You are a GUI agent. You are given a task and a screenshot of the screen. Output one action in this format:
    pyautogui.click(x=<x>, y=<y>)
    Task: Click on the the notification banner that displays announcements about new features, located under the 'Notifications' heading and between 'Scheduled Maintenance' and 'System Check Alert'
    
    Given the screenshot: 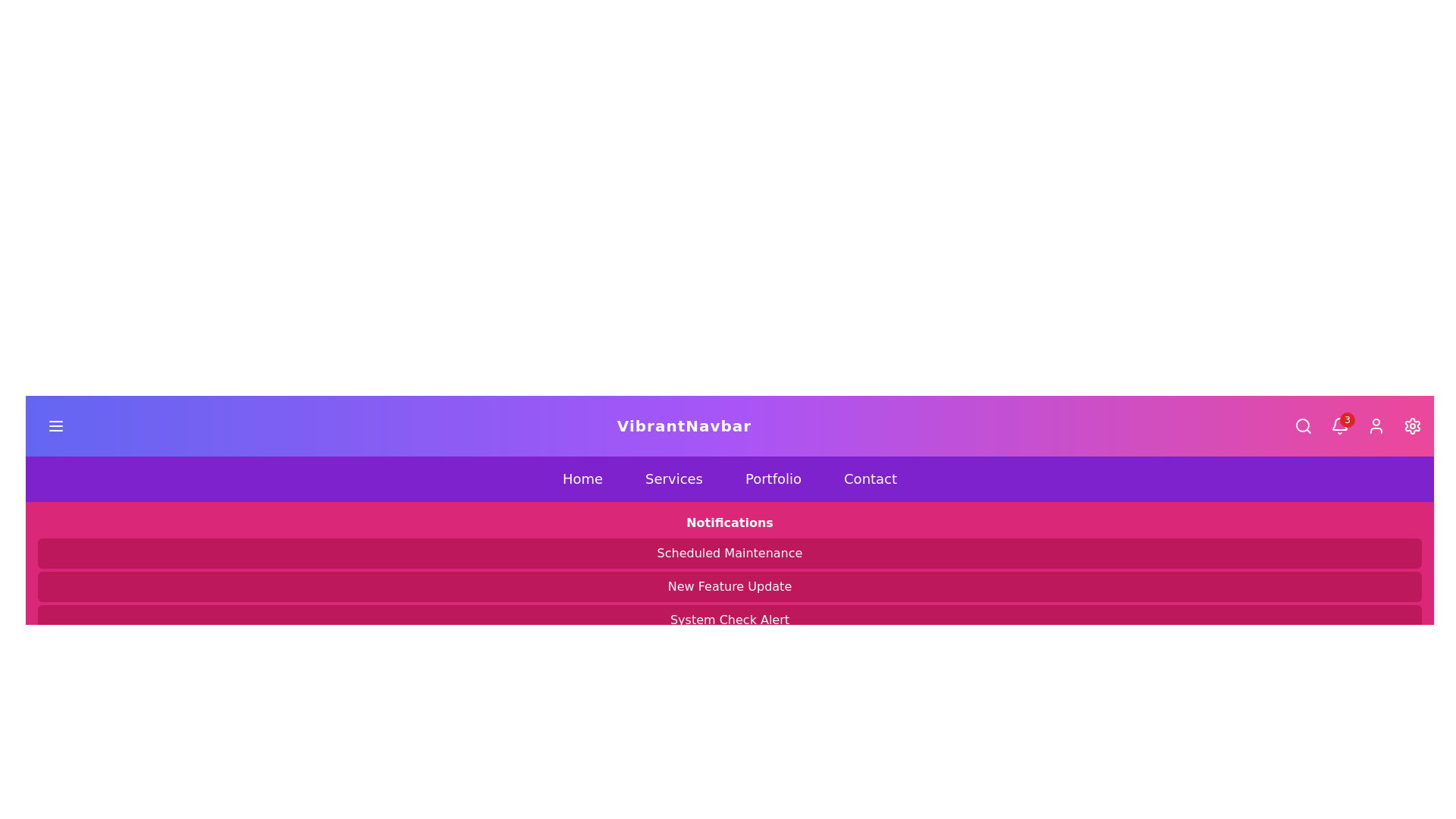 What is the action you would take?
    pyautogui.click(x=730, y=586)
    